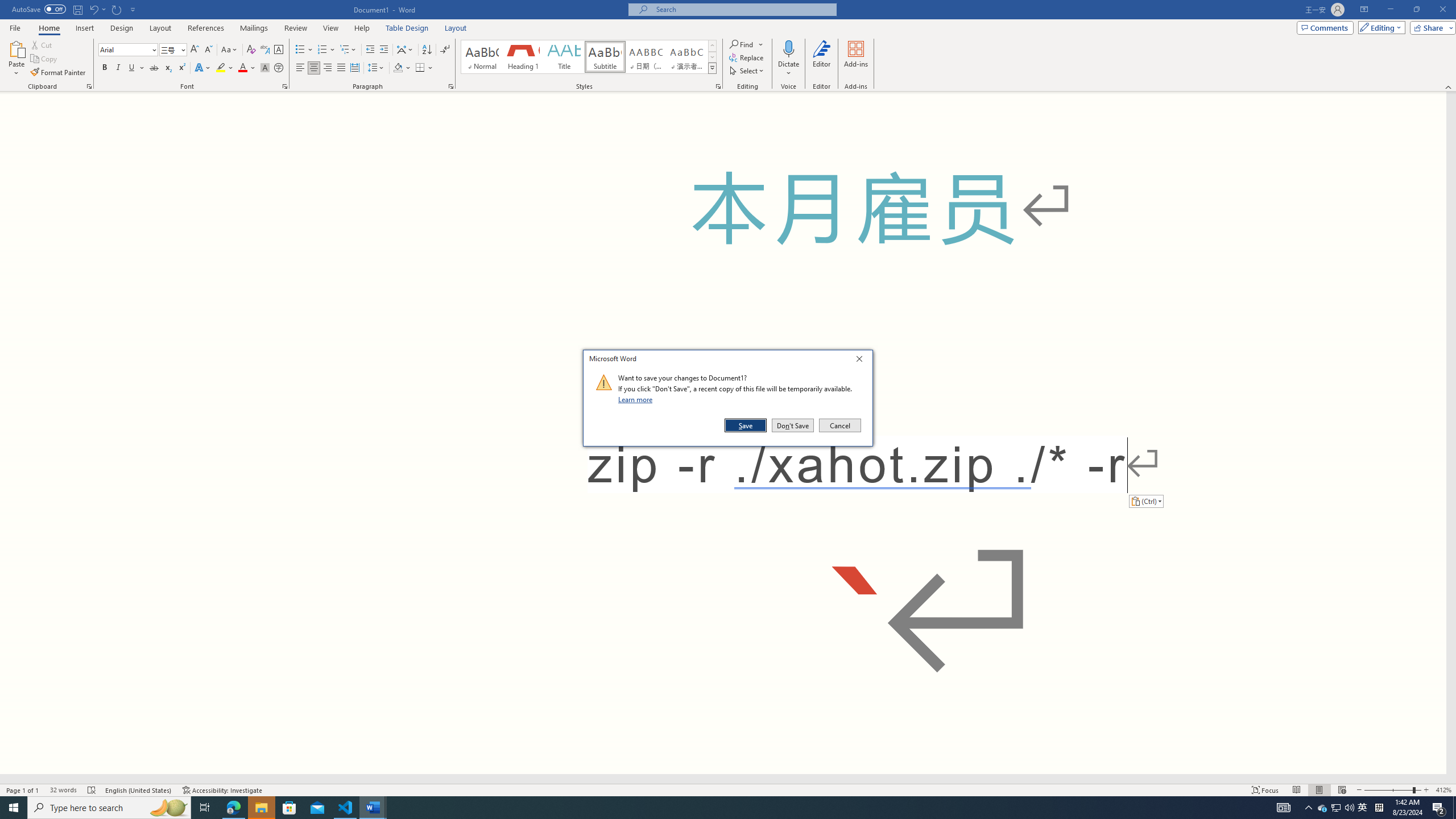  I want to click on 'Copy', so click(44, 59).